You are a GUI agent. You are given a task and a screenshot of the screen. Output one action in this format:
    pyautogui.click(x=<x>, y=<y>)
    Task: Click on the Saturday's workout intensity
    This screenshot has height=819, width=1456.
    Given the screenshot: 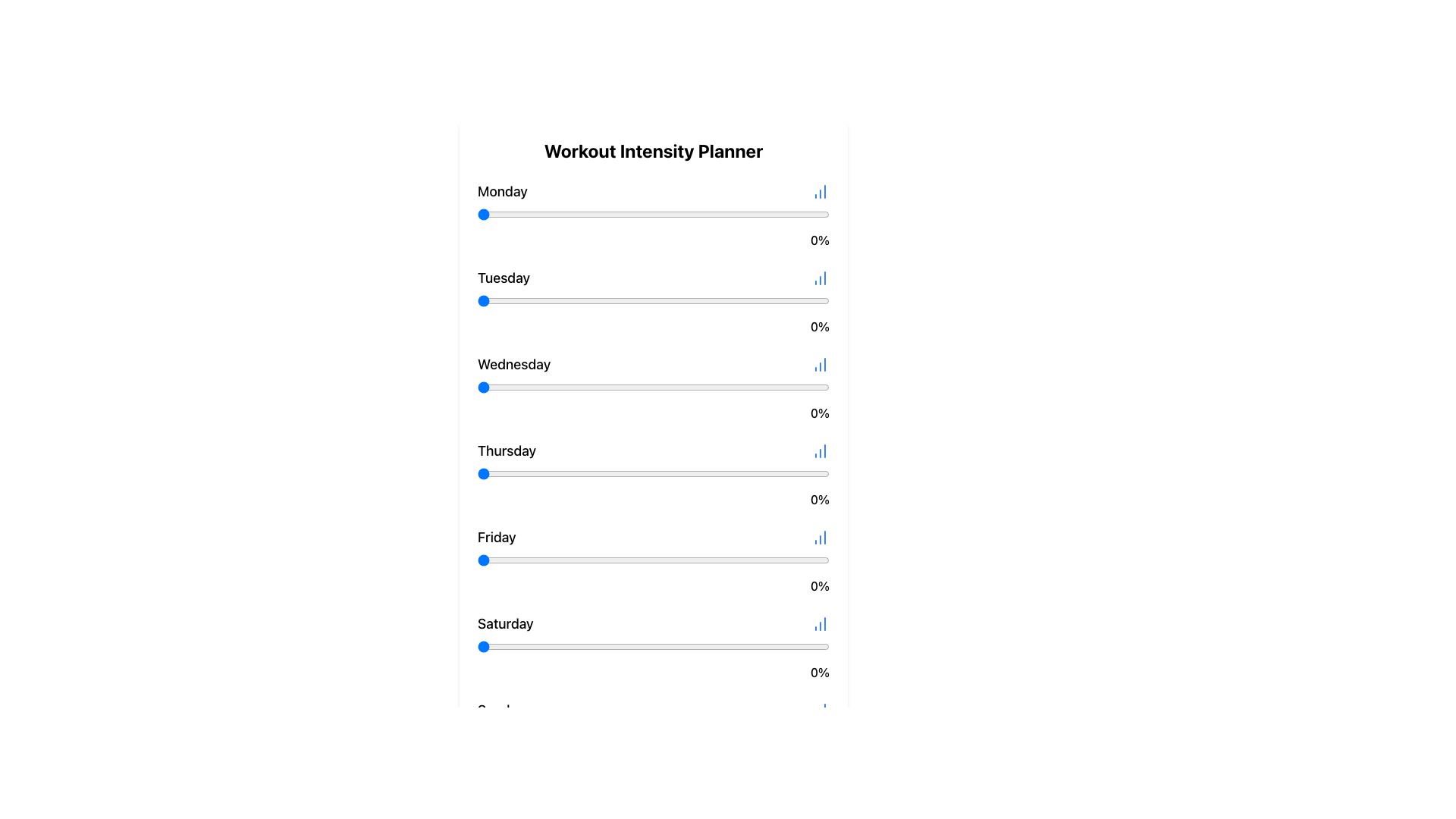 What is the action you would take?
    pyautogui.click(x=547, y=646)
    